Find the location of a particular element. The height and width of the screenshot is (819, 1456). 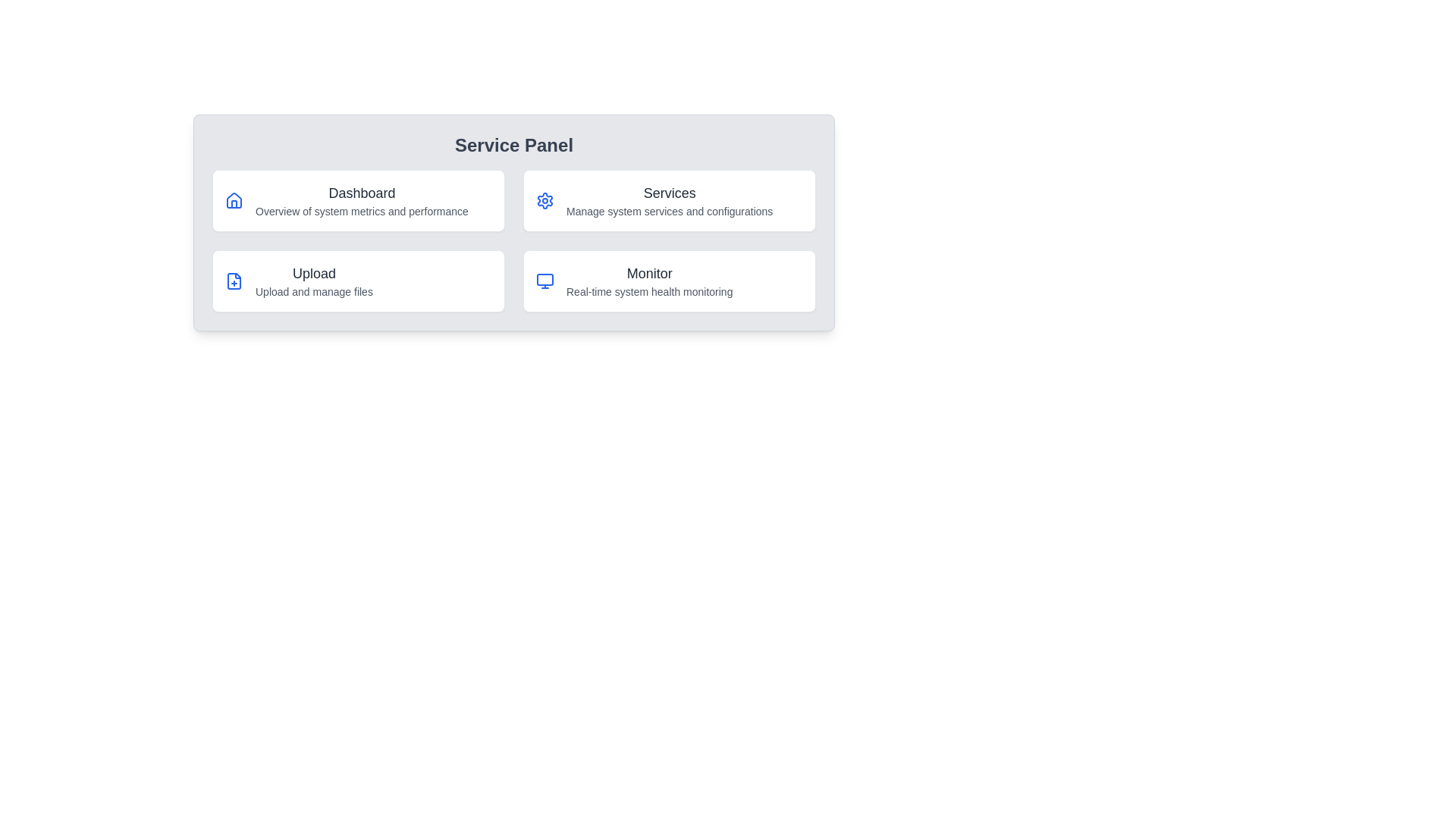

the second card in the grid layout, located in the top-right corner is located at coordinates (669, 200).